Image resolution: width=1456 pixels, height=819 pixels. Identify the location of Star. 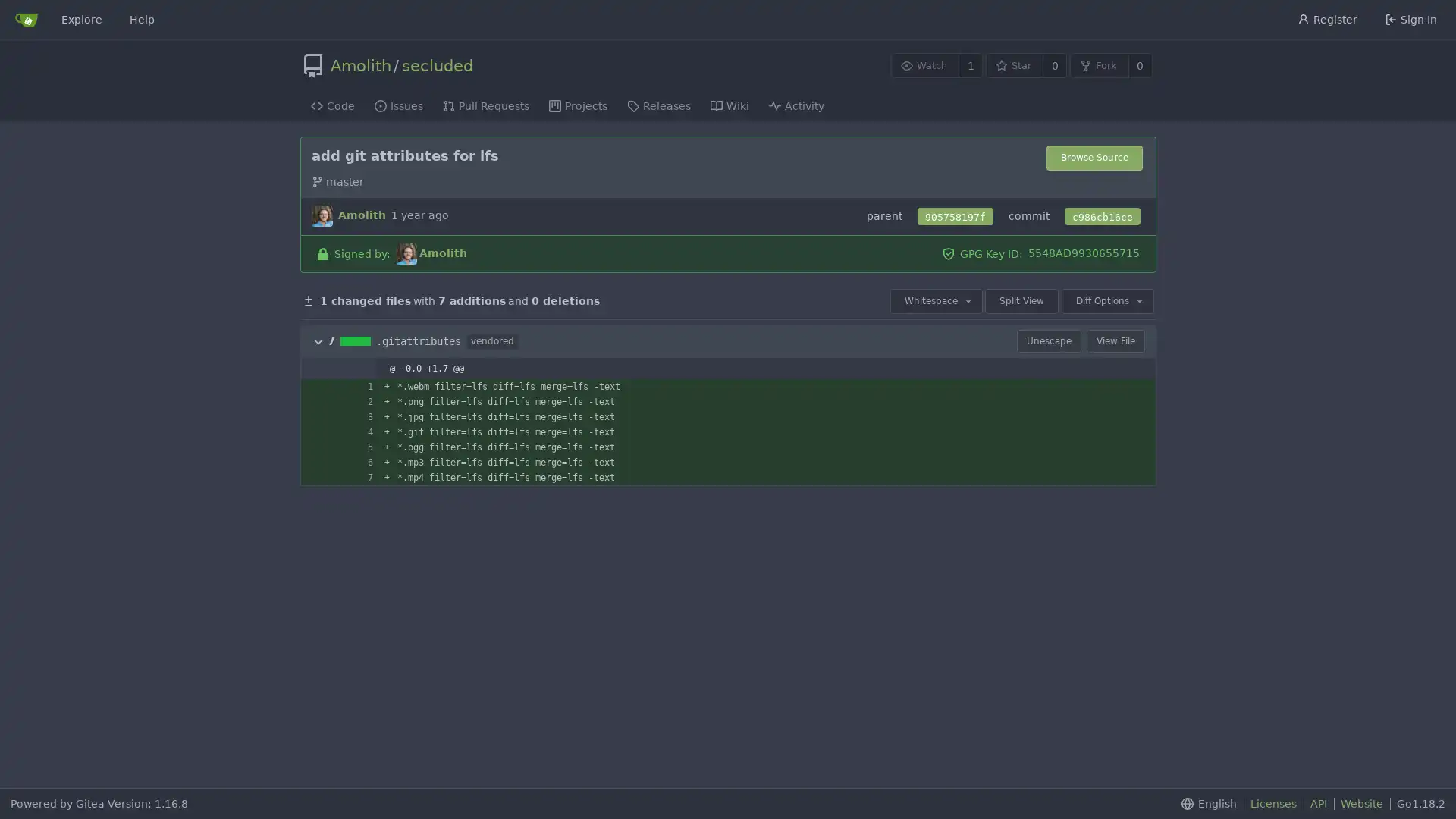
(1014, 64).